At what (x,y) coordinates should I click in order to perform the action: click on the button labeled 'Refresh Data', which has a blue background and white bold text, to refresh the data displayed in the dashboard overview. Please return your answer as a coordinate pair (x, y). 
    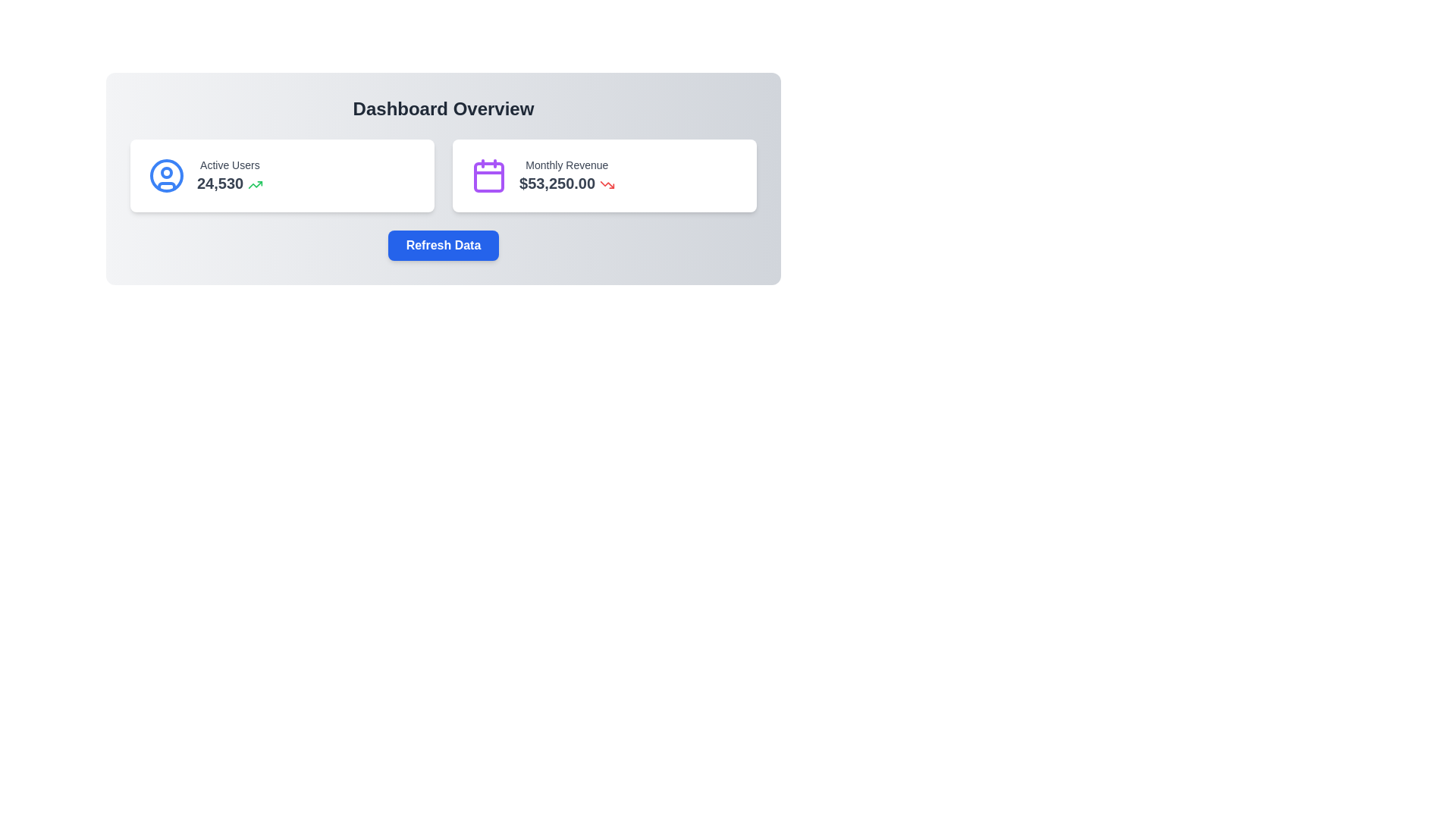
    Looking at the image, I should click on (443, 245).